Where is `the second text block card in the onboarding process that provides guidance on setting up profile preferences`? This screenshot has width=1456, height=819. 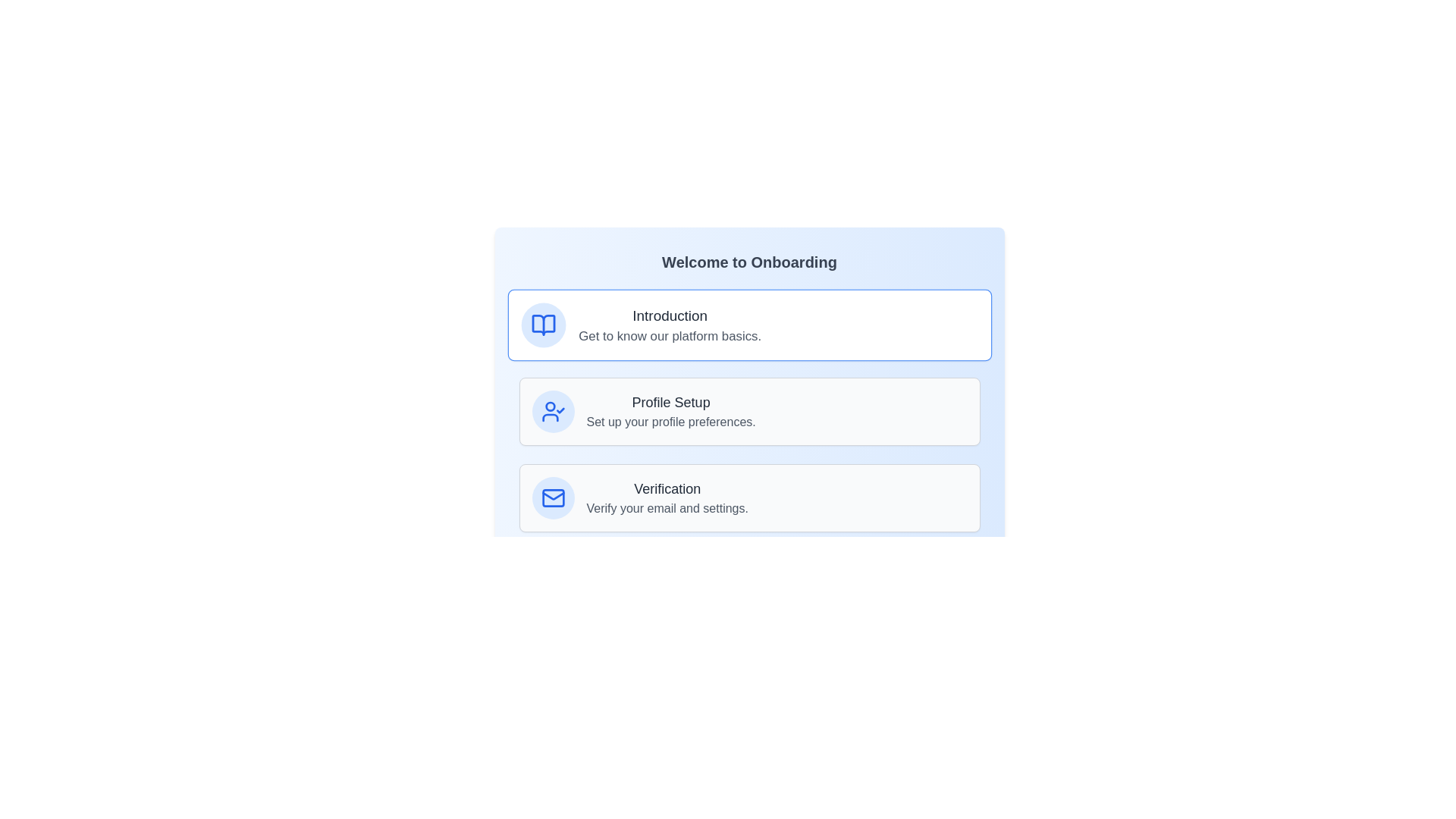 the second text block card in the onboarding process that provides guidance on setting up profile preferences is located at coordinates (670, 412).